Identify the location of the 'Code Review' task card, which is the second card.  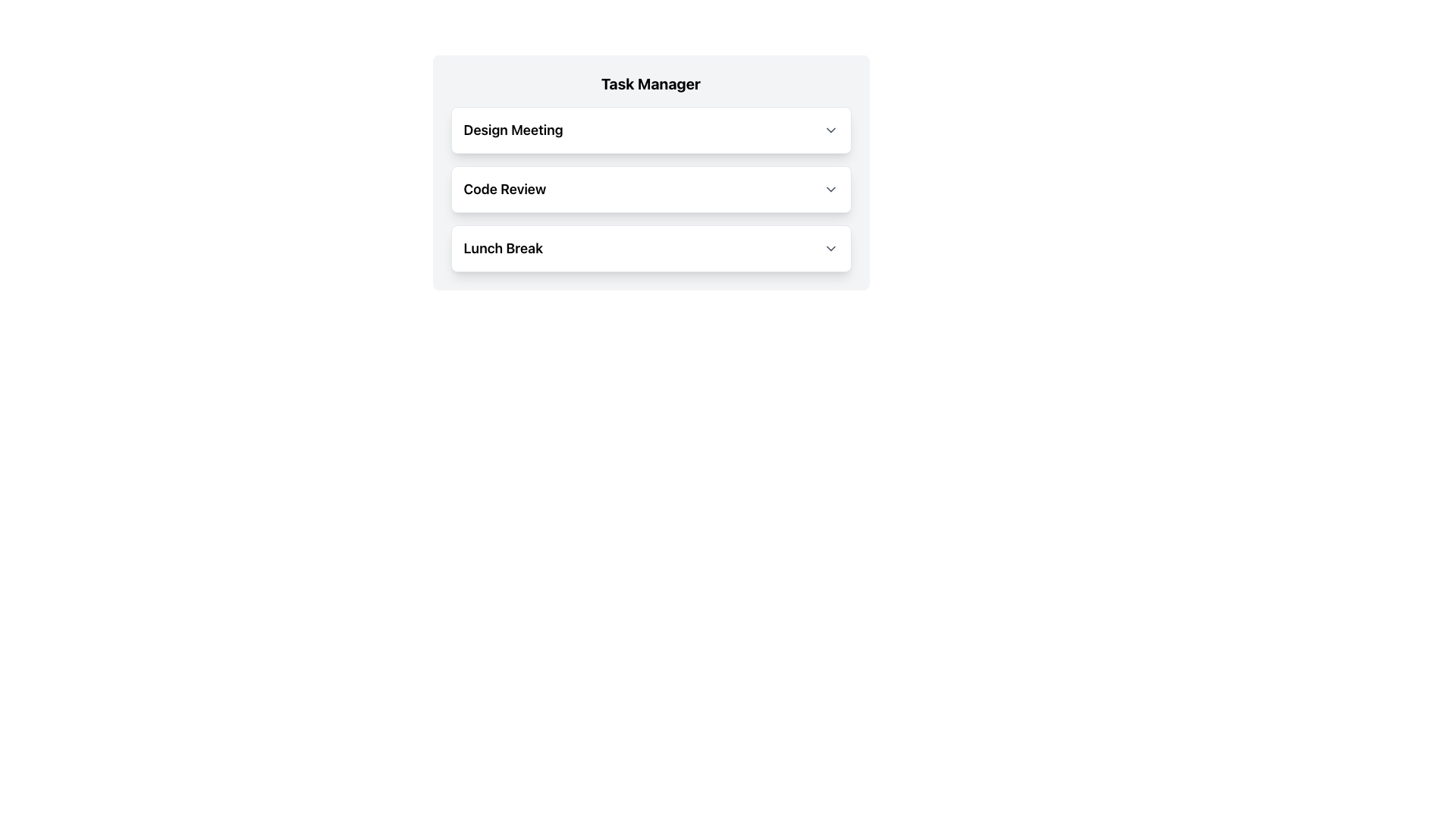
(651, 189).